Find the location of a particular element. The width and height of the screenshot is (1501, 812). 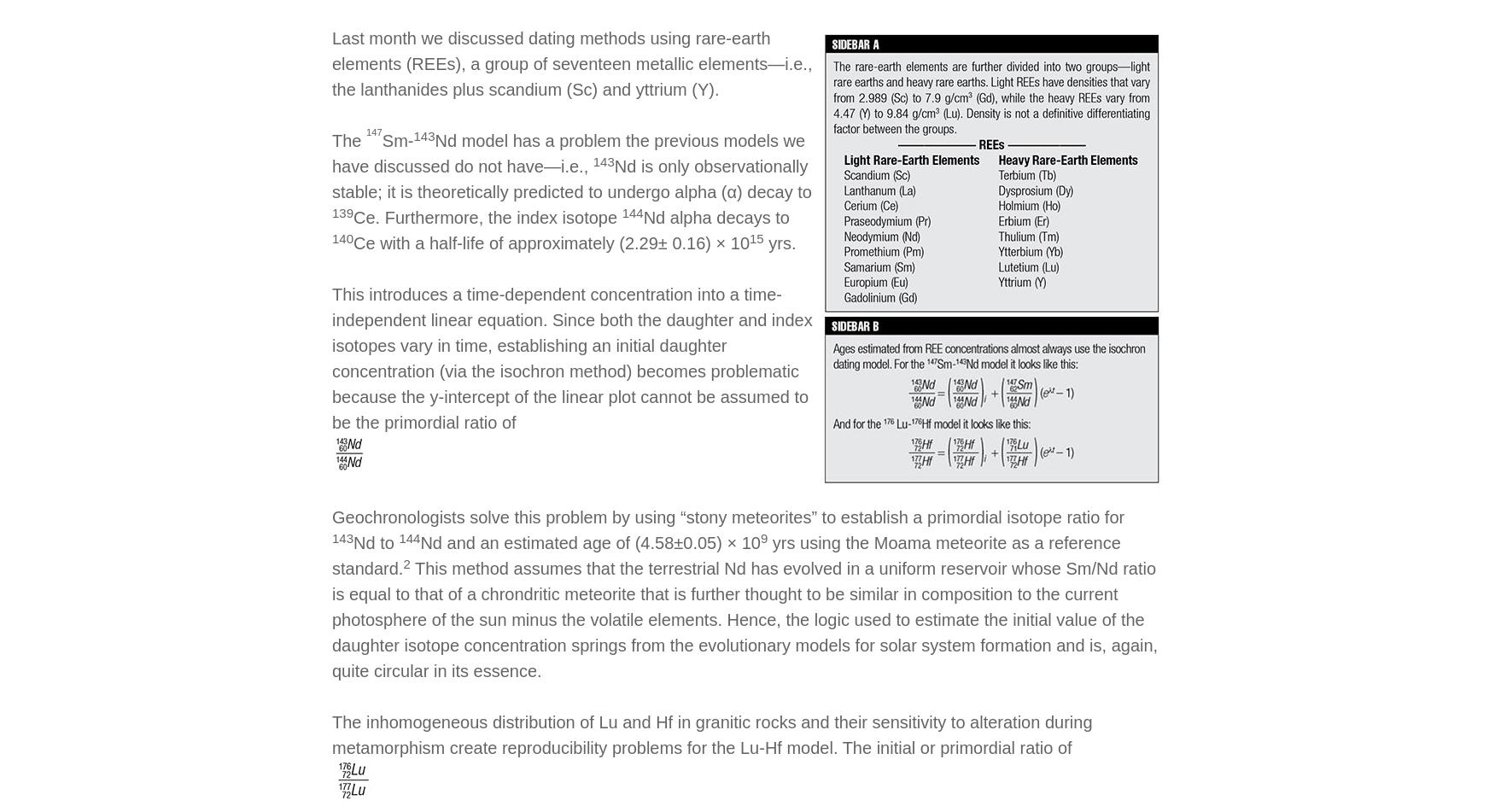

'Nd alpha decays to' is located at coordinates (715, 217).